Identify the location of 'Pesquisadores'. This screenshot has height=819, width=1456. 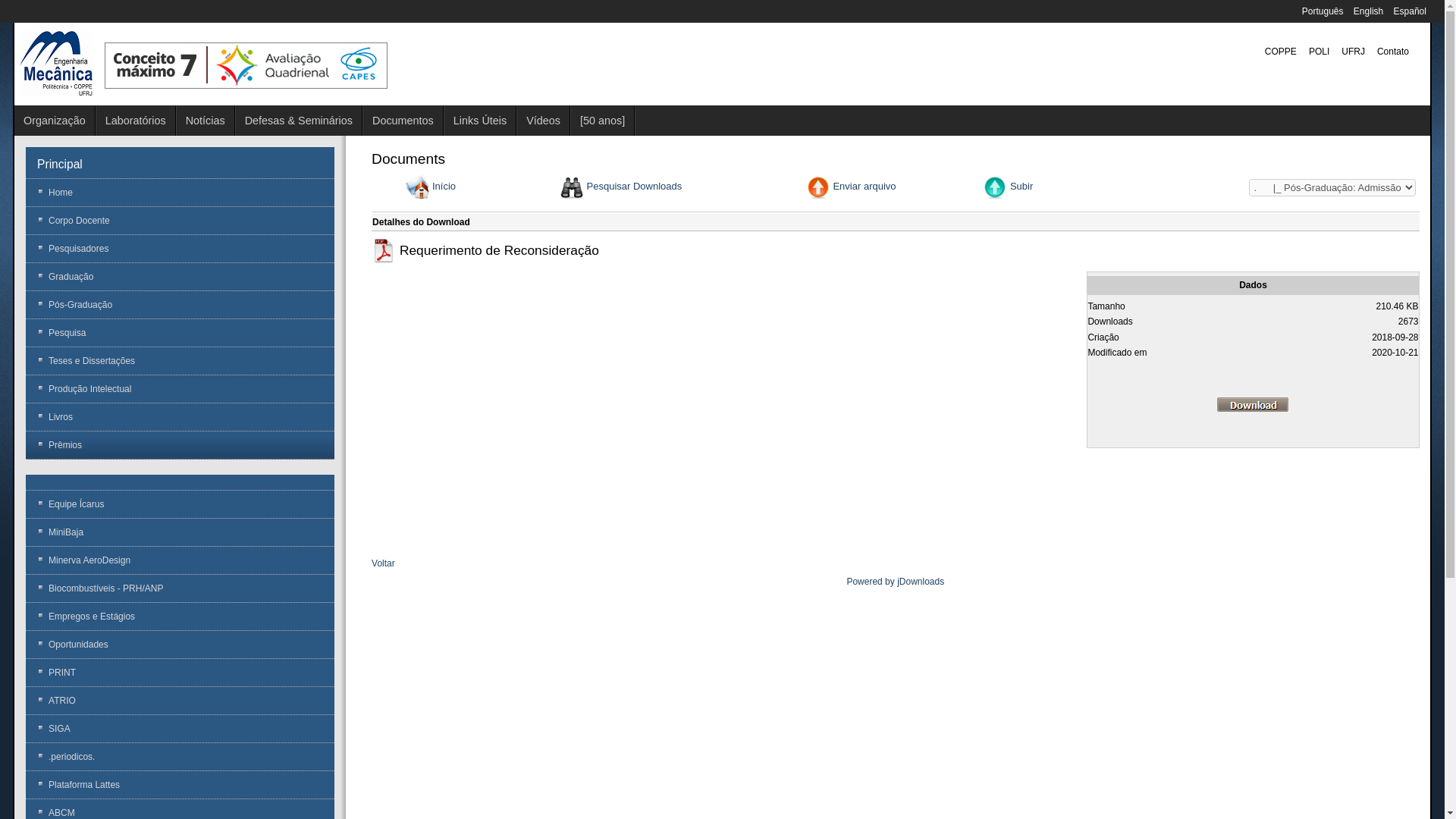
(180, 247).